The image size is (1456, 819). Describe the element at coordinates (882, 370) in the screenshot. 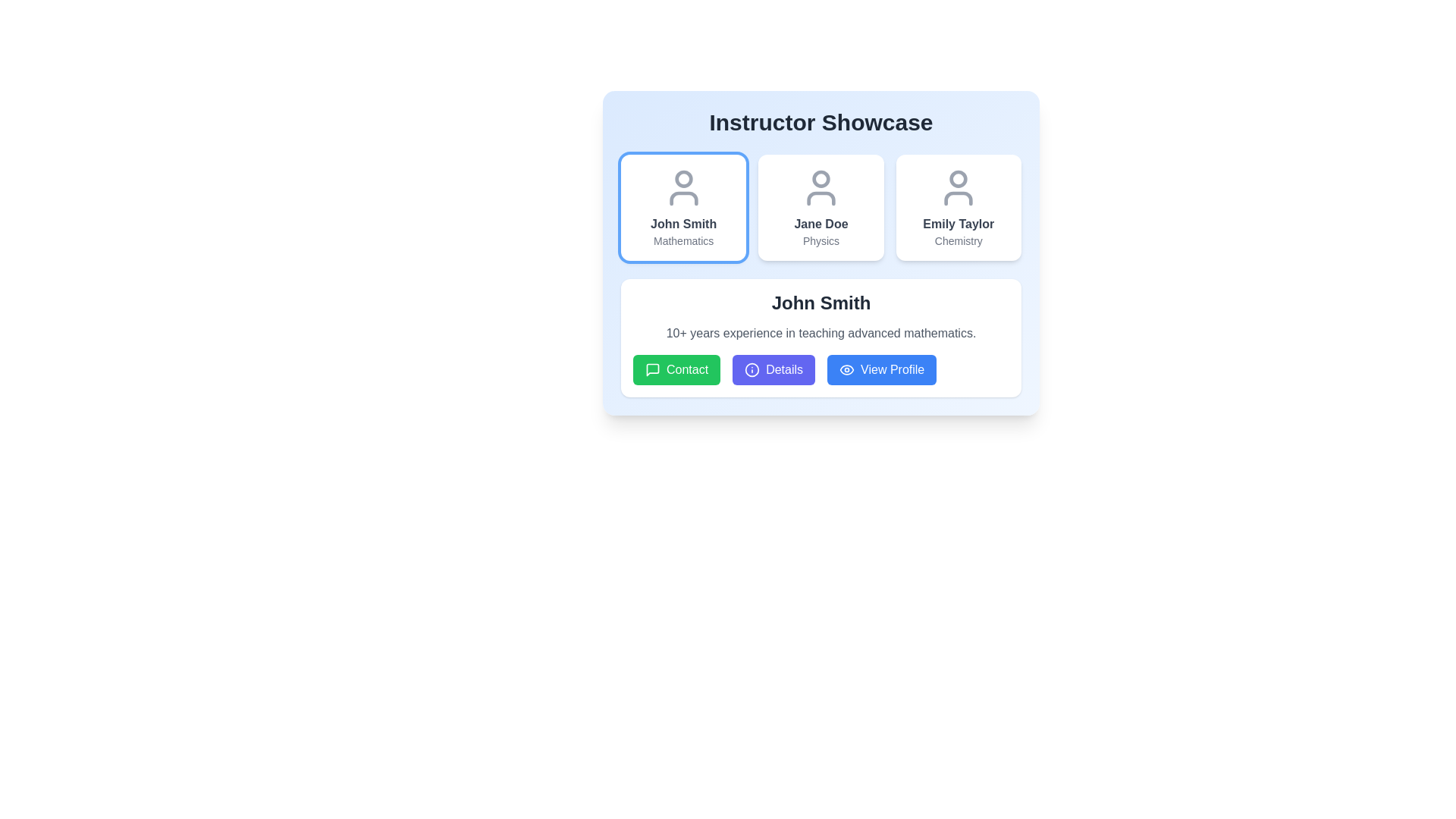

I see `the 'View Profile' button, which is a rectangular button with white text on a blue background, featuring an eye icon on the left, located below 'John Smith'` at that location.